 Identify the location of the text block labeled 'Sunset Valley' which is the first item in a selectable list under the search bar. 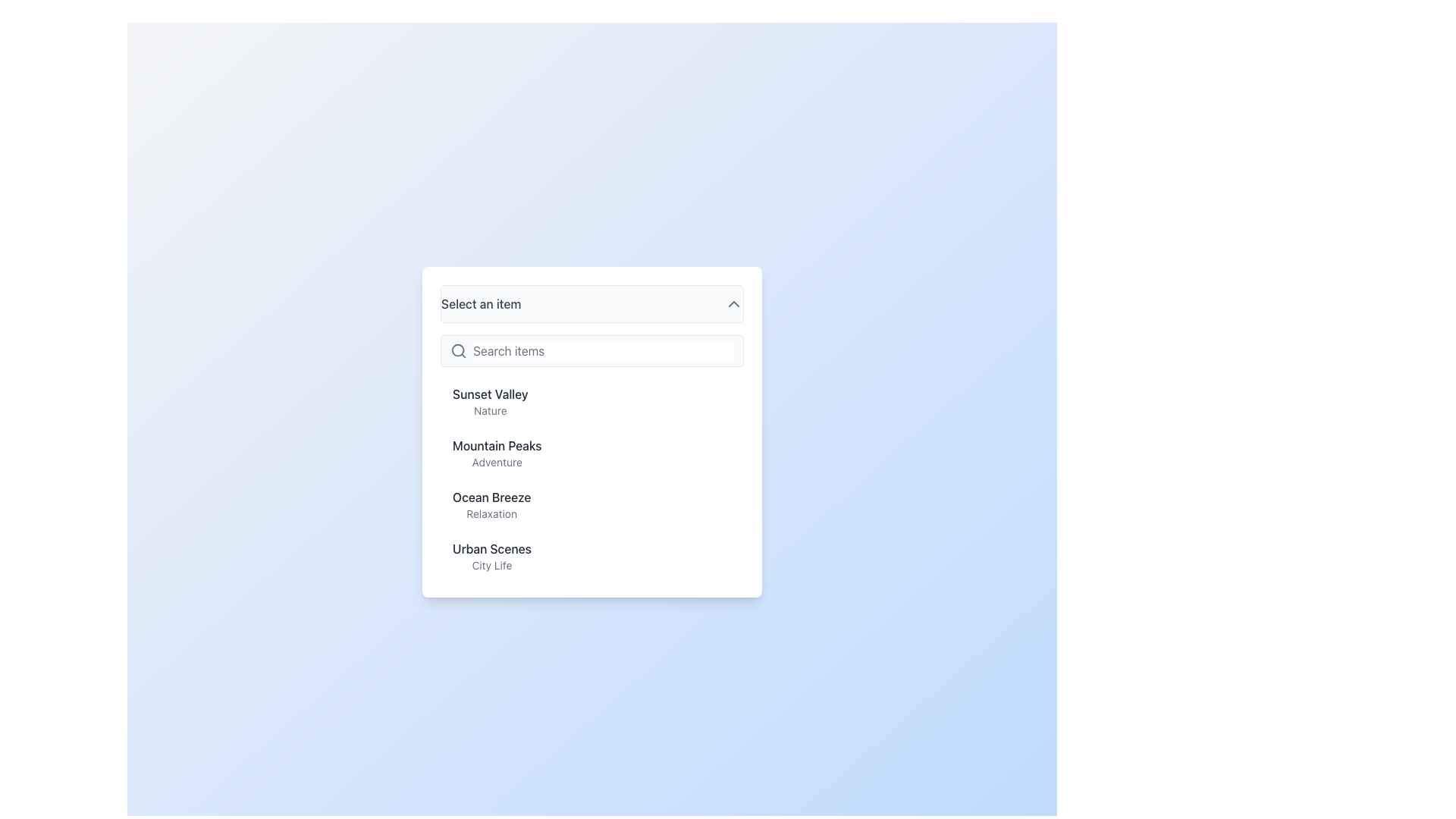
(490, 400).